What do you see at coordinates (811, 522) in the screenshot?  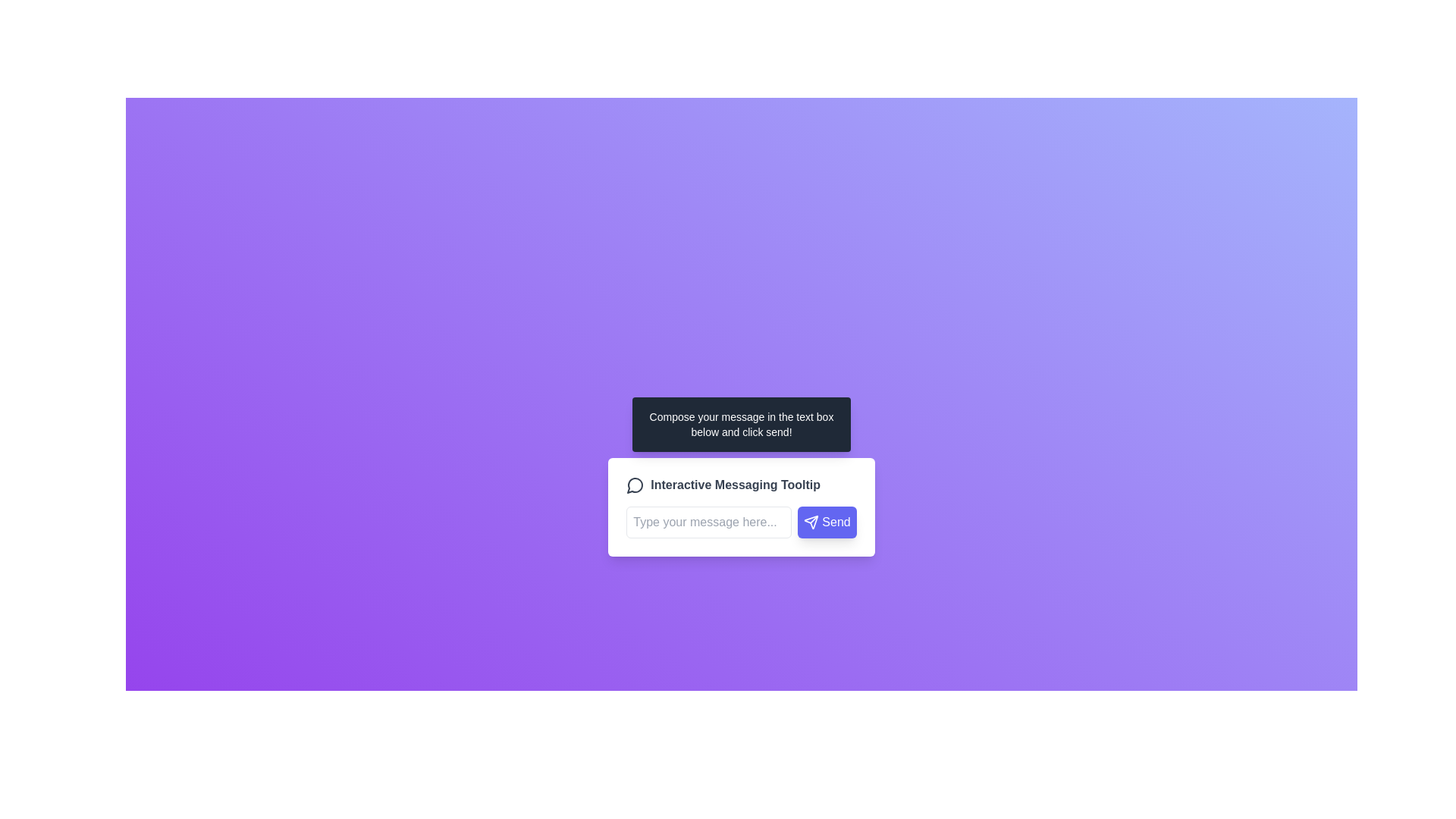 I see `the ornate arrow icon located to the left of the 'Send' text label within the button element in the messaging interface for visual feedback` at bounding box center [811, 522].